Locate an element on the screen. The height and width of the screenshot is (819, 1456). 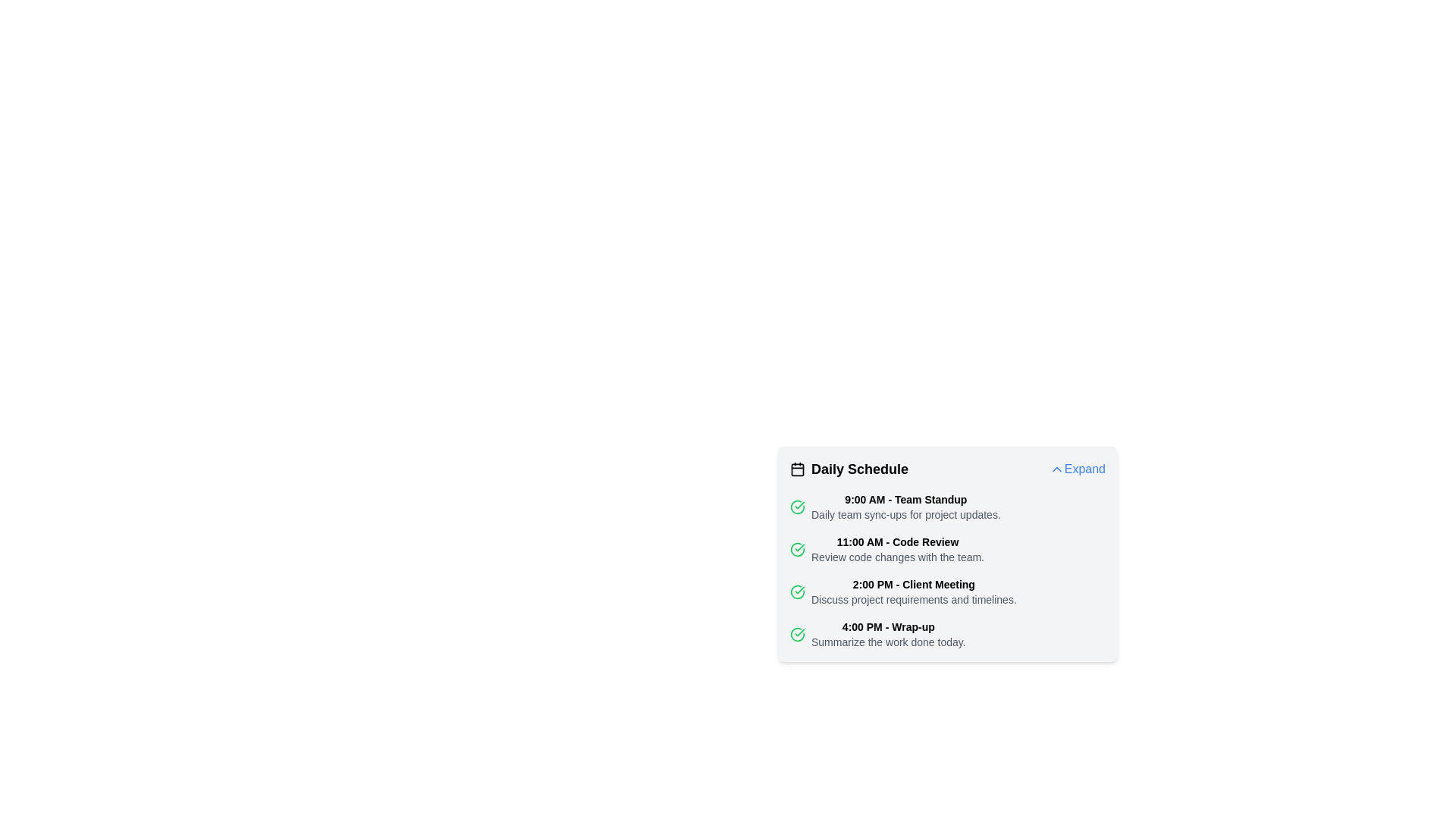
the first entry of the 'Daily Schedule' list which describes the scheduled event for '9:00 AM Team Standup' to interact with contextual elements is located at coordinates (905, 507).